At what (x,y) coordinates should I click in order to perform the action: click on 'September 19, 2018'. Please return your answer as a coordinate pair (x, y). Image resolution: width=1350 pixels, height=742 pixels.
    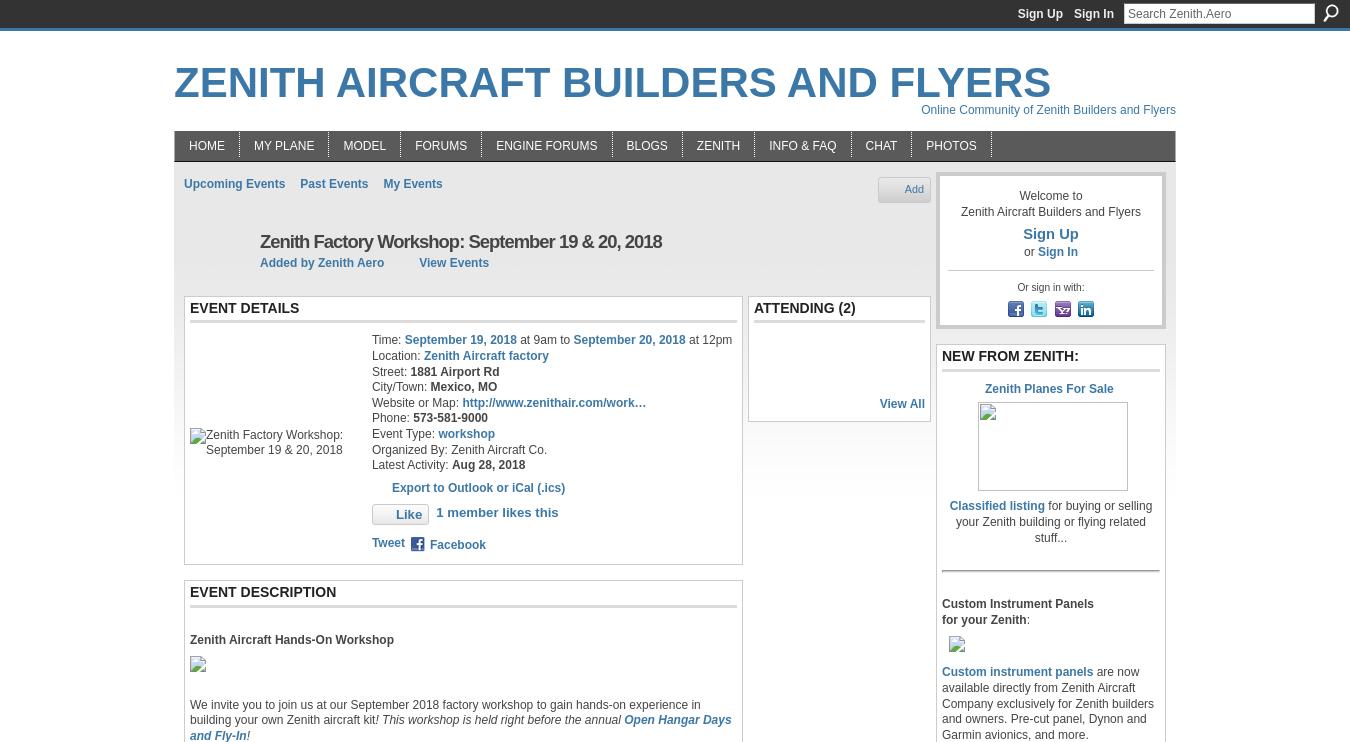
    Looking at the image, I should click on (458, 338).